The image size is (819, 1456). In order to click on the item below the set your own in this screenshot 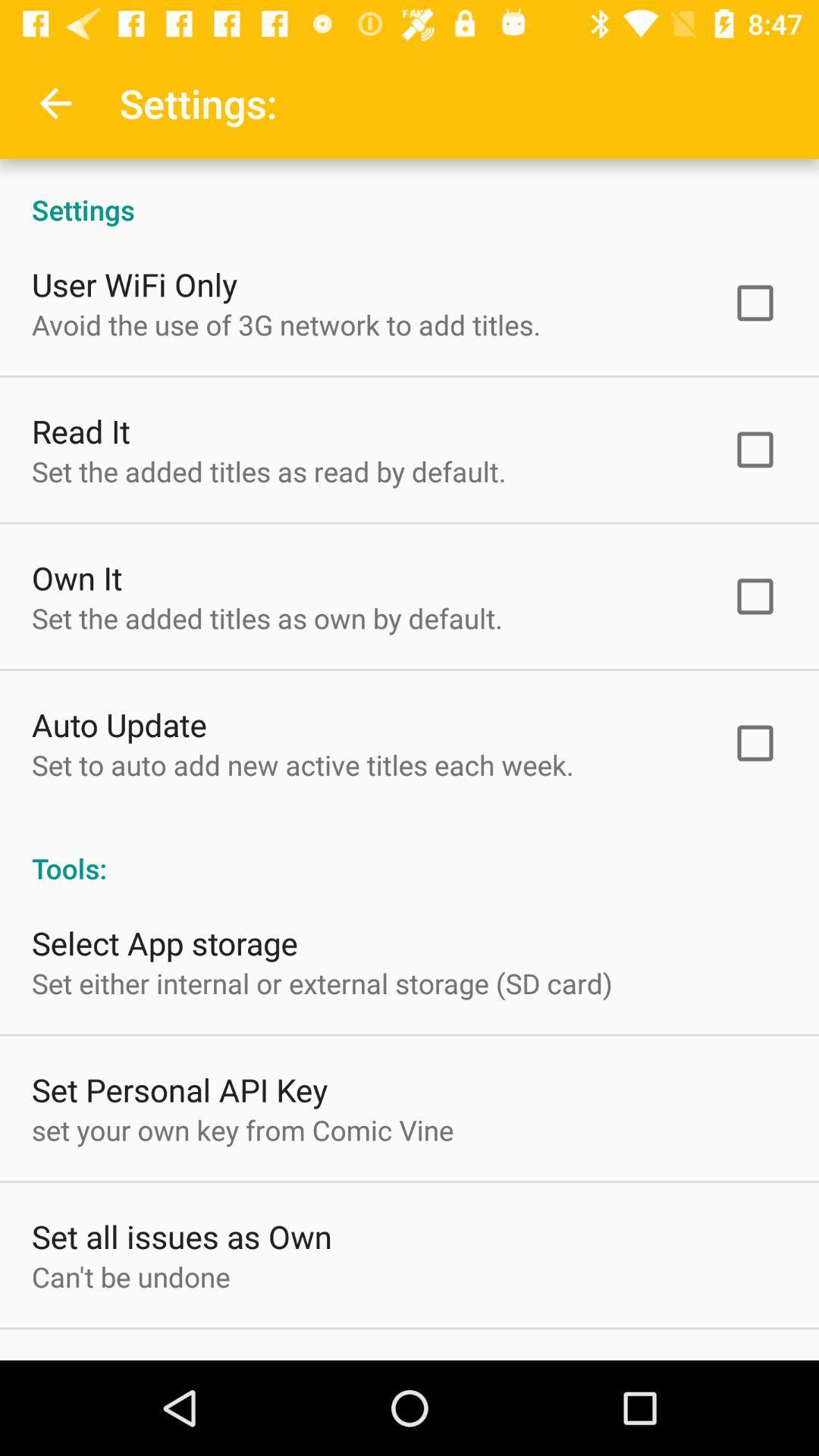, I will do `click(180, 1236)`.